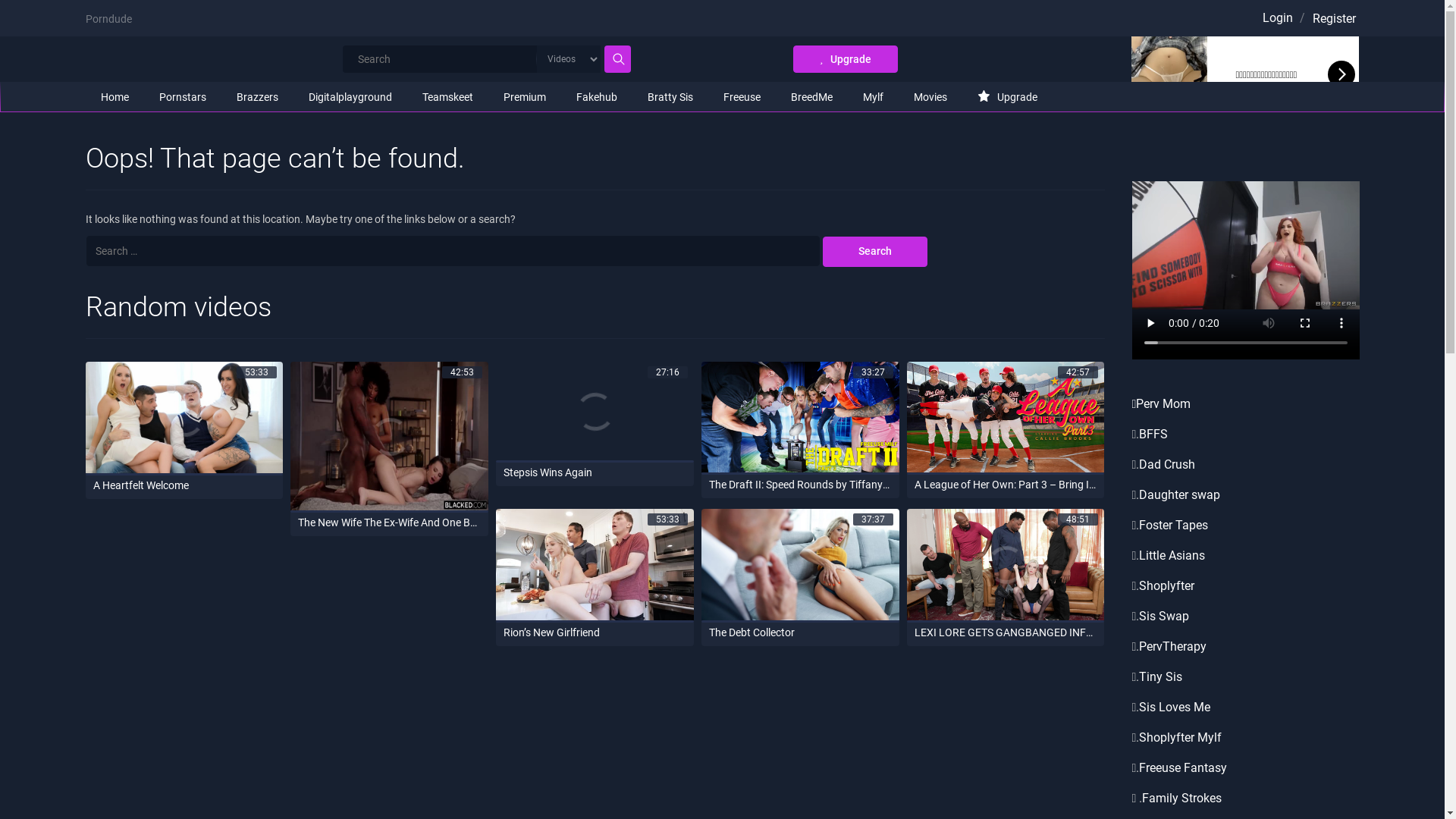 The height and width of the screenshot is (819, 1456). I want to click on 'Shoplyfter', so click(1139, 585).